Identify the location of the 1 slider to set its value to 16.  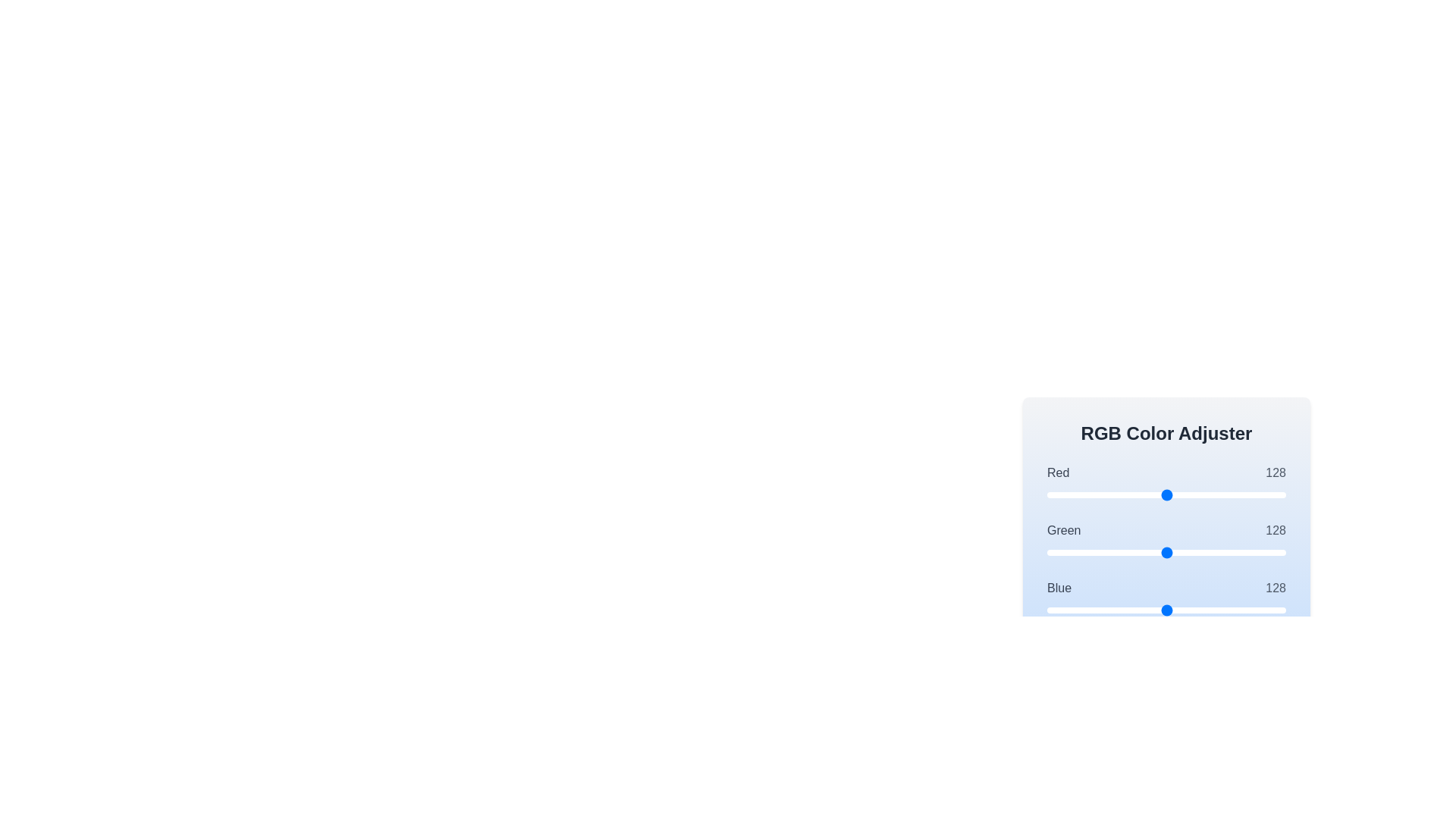
(1061, 553).